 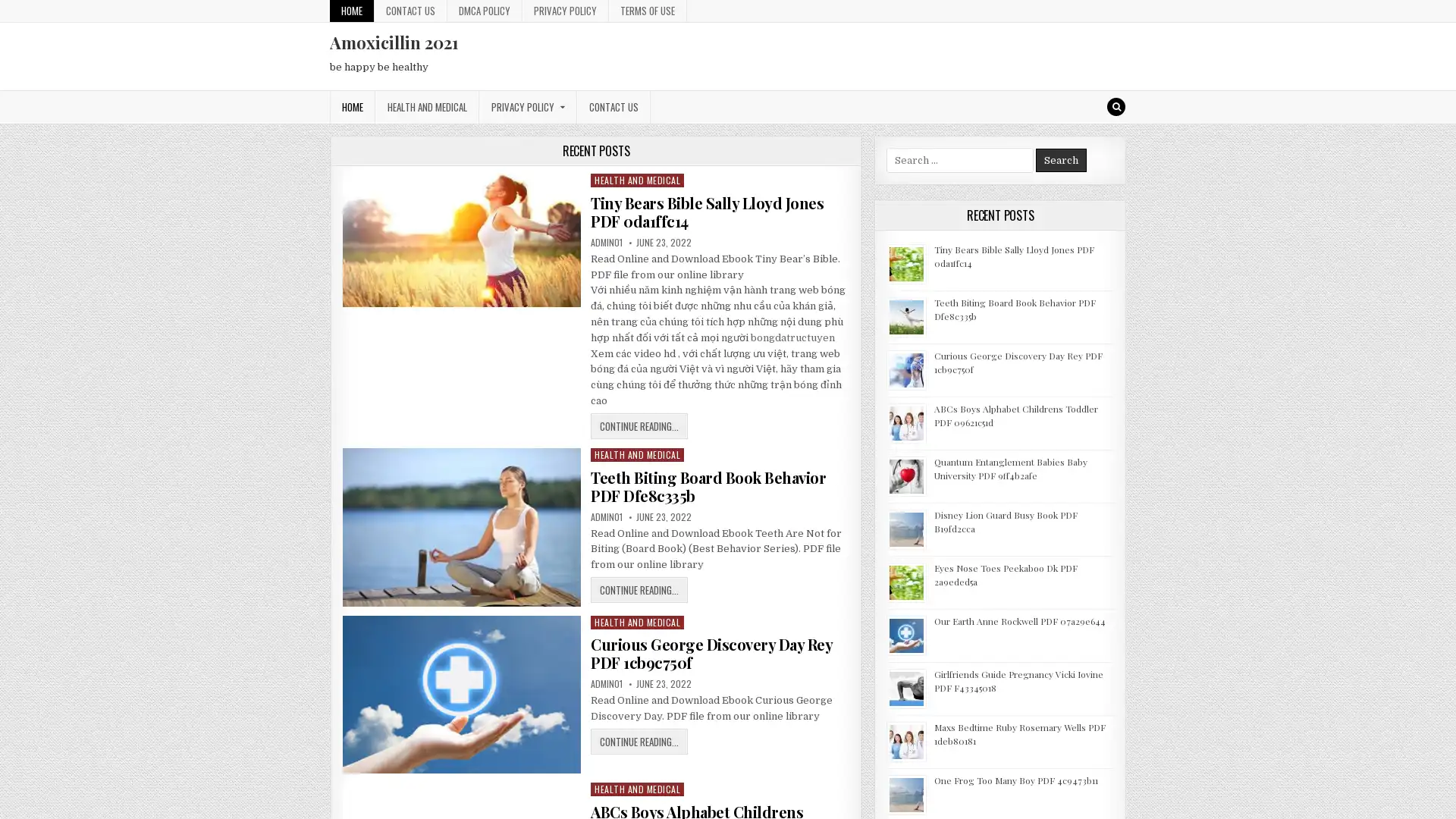 I want to click on Search, so click(x=1060, y=160).